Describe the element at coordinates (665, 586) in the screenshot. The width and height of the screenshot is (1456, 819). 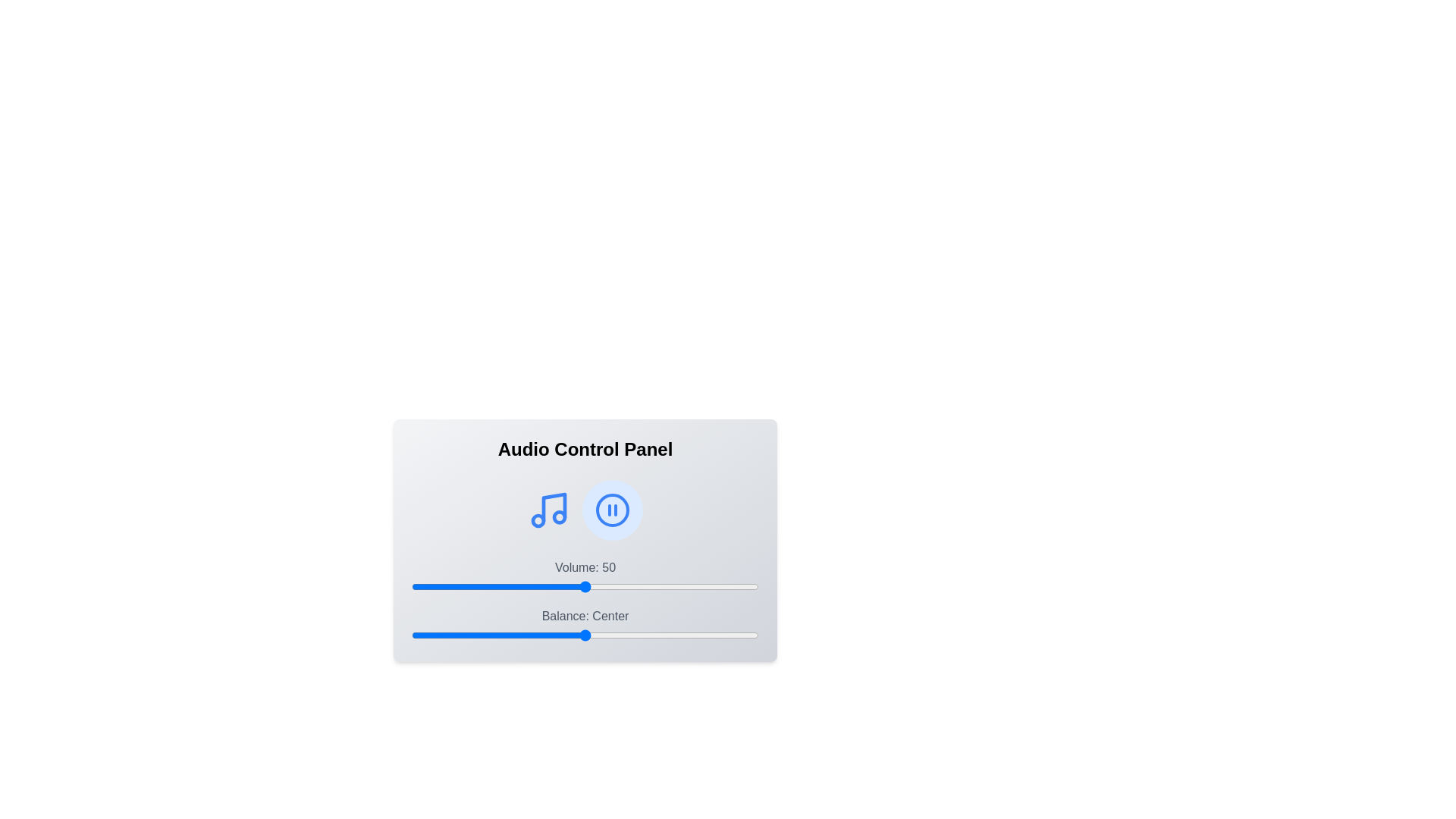
I see `the slider value` at that location.